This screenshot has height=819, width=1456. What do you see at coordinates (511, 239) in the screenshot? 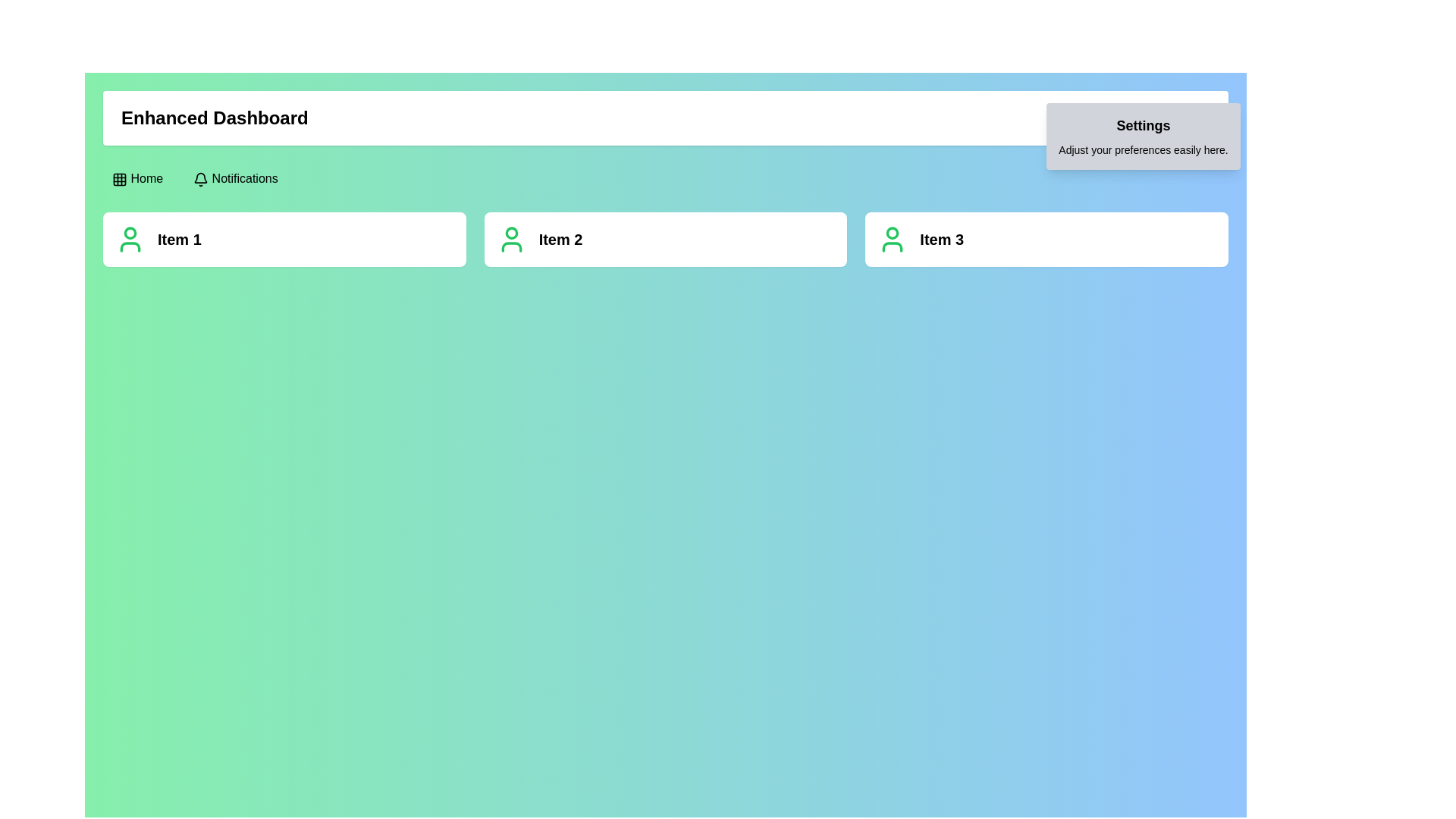
I see `the user profile icon located to the left of the text 'Item 2', which serves as a visual identifier for user-related actions` at bounding box center [511, 239].